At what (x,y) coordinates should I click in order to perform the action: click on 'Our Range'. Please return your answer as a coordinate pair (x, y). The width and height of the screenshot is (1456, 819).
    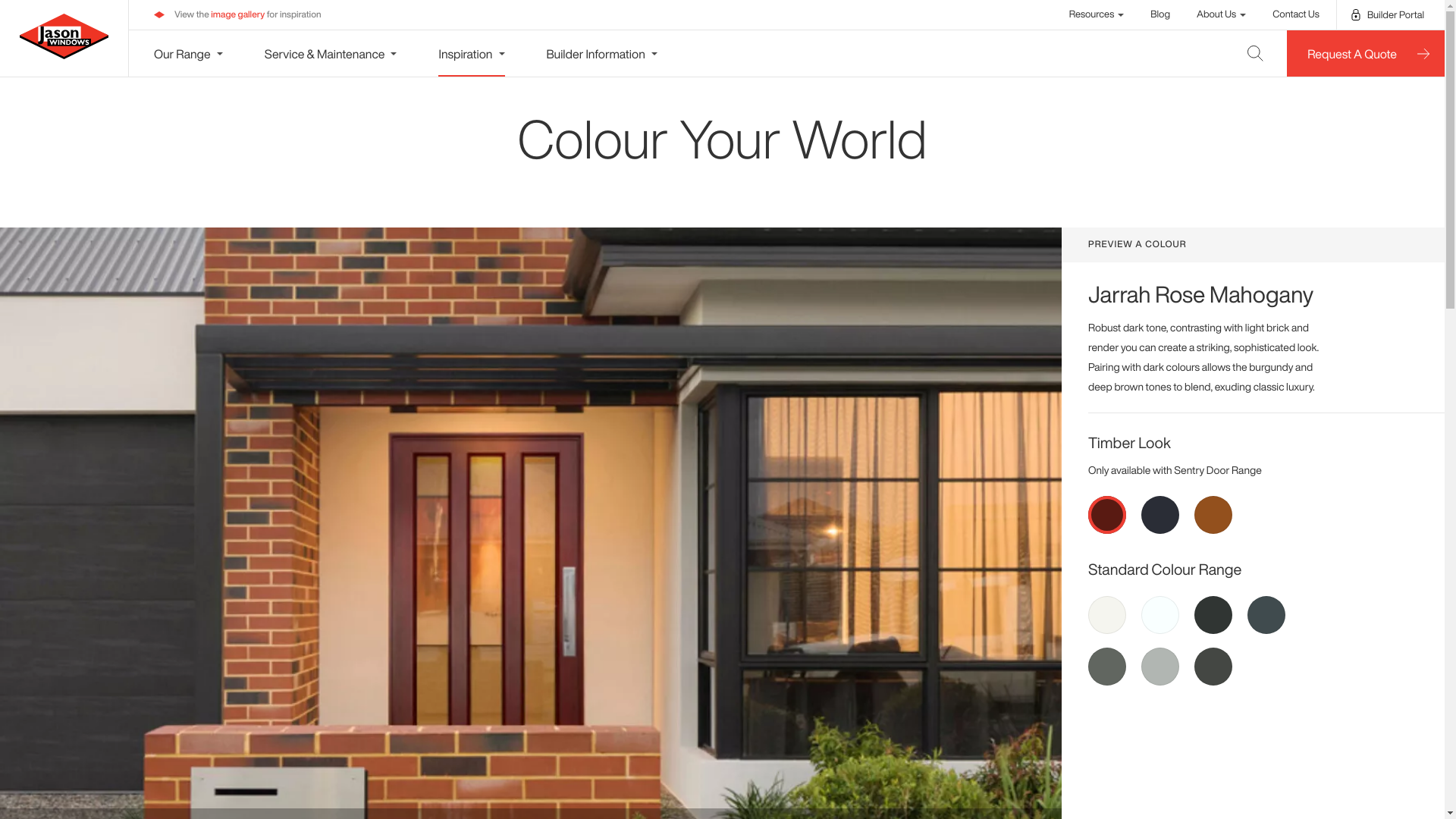
    Looking at the image, I should click on (187, 52).